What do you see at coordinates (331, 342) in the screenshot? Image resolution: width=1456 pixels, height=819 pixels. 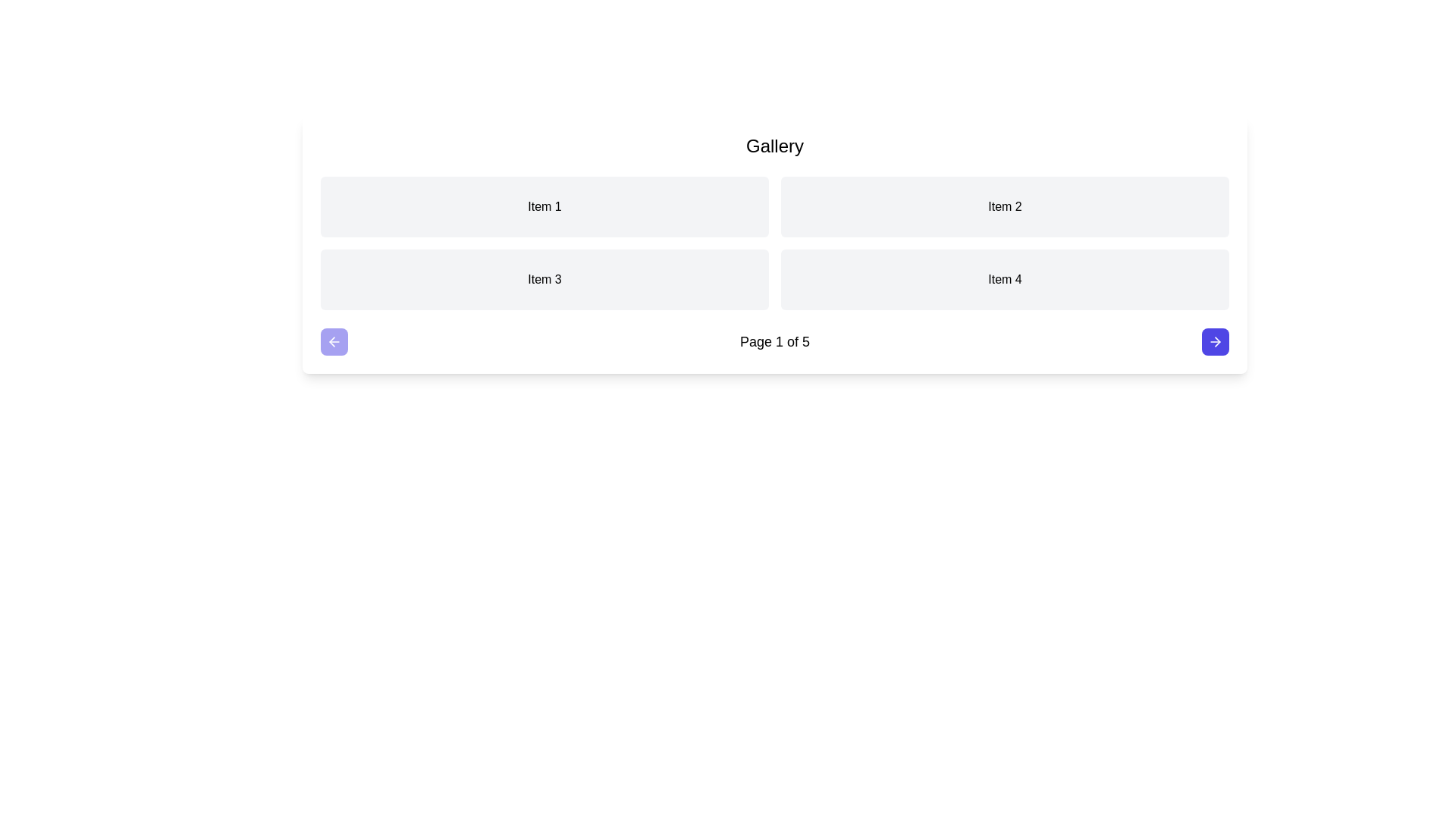 I see `the leftward arrow icon` at bounding box center [331, 342].